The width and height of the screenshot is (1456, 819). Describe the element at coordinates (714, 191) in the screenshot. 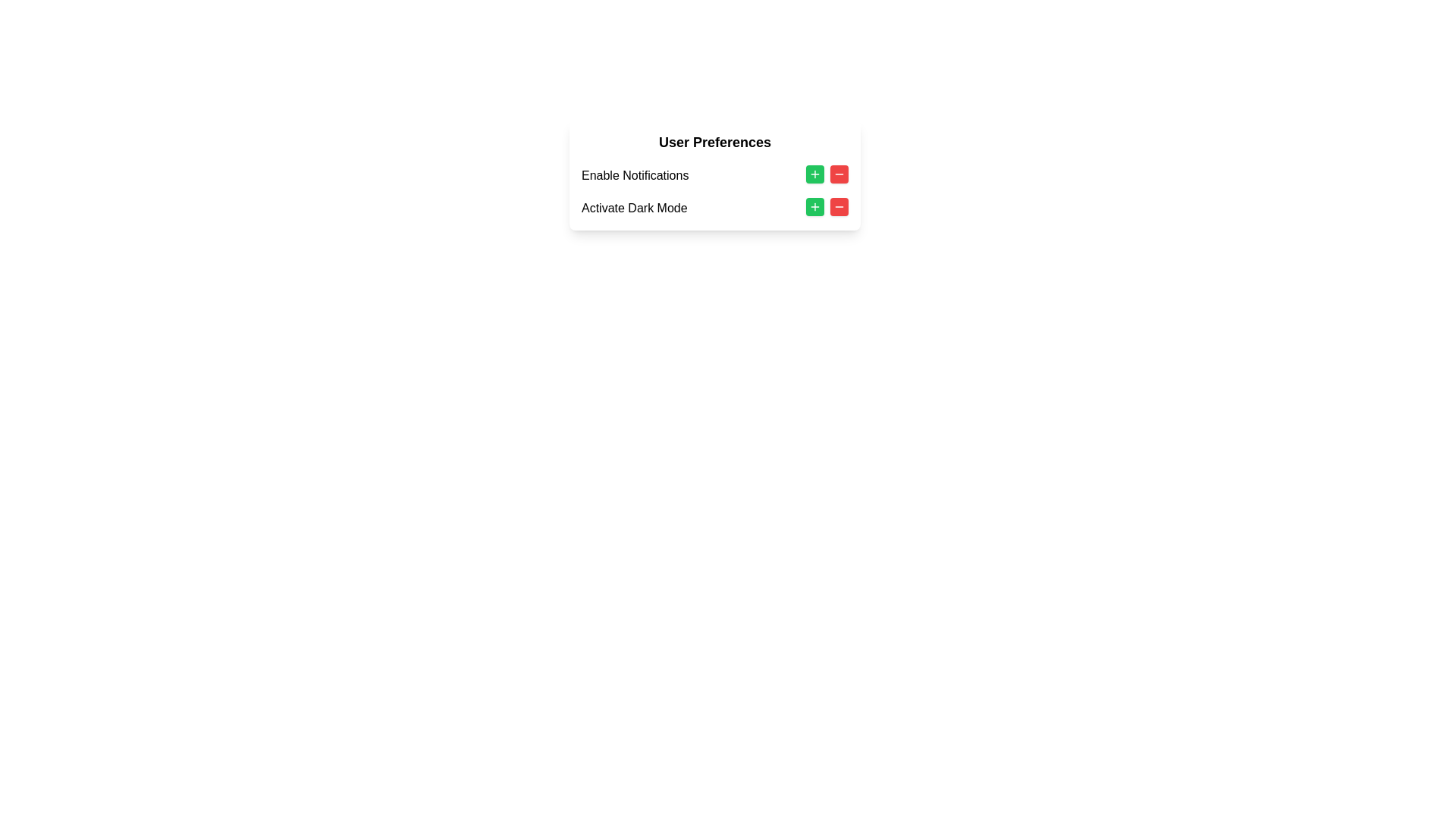

I see `the 'Enable Notifications' option for keyboard interaction` at that location.